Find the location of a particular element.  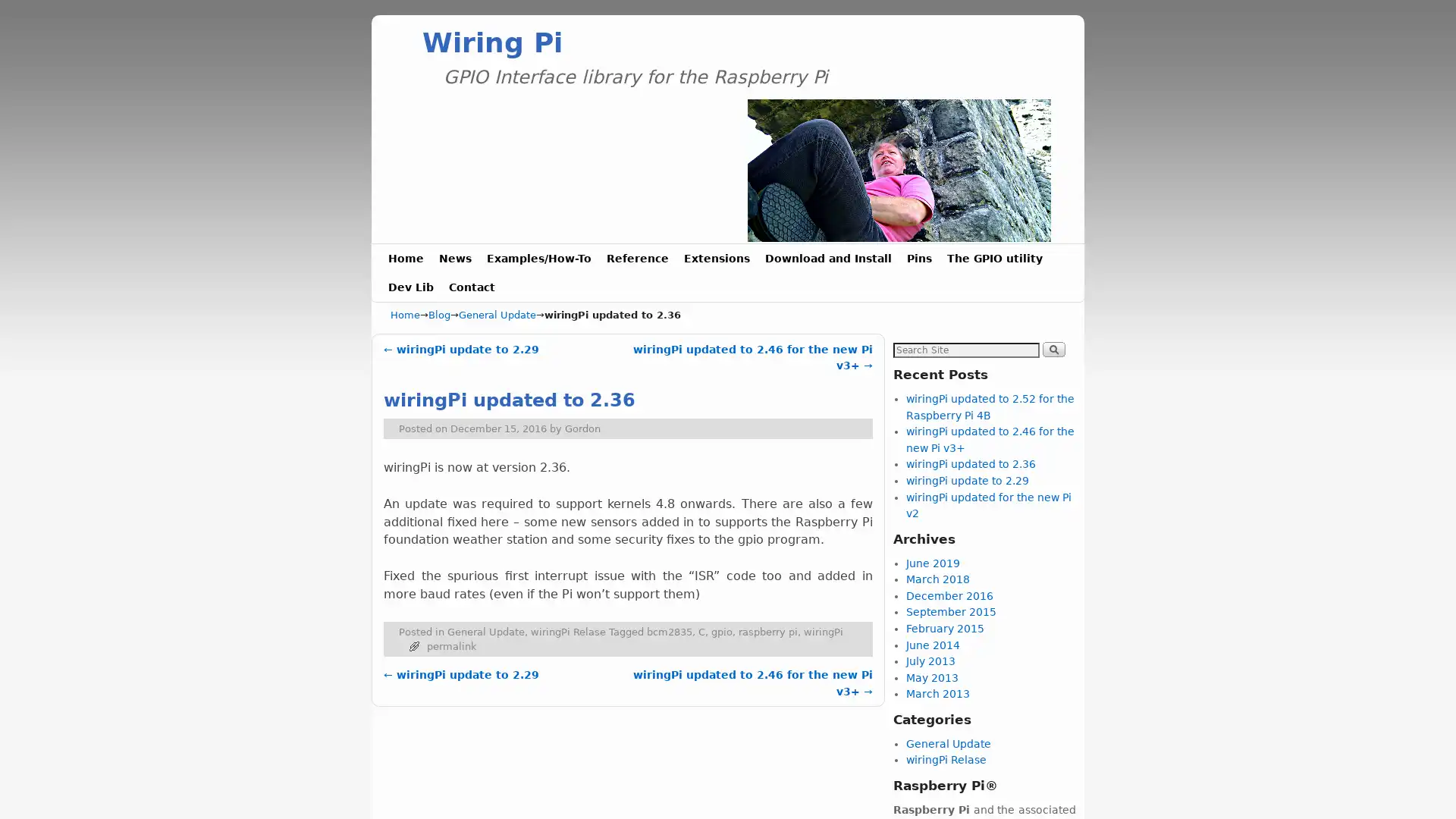

Search is located at coordinates (1052, 348).